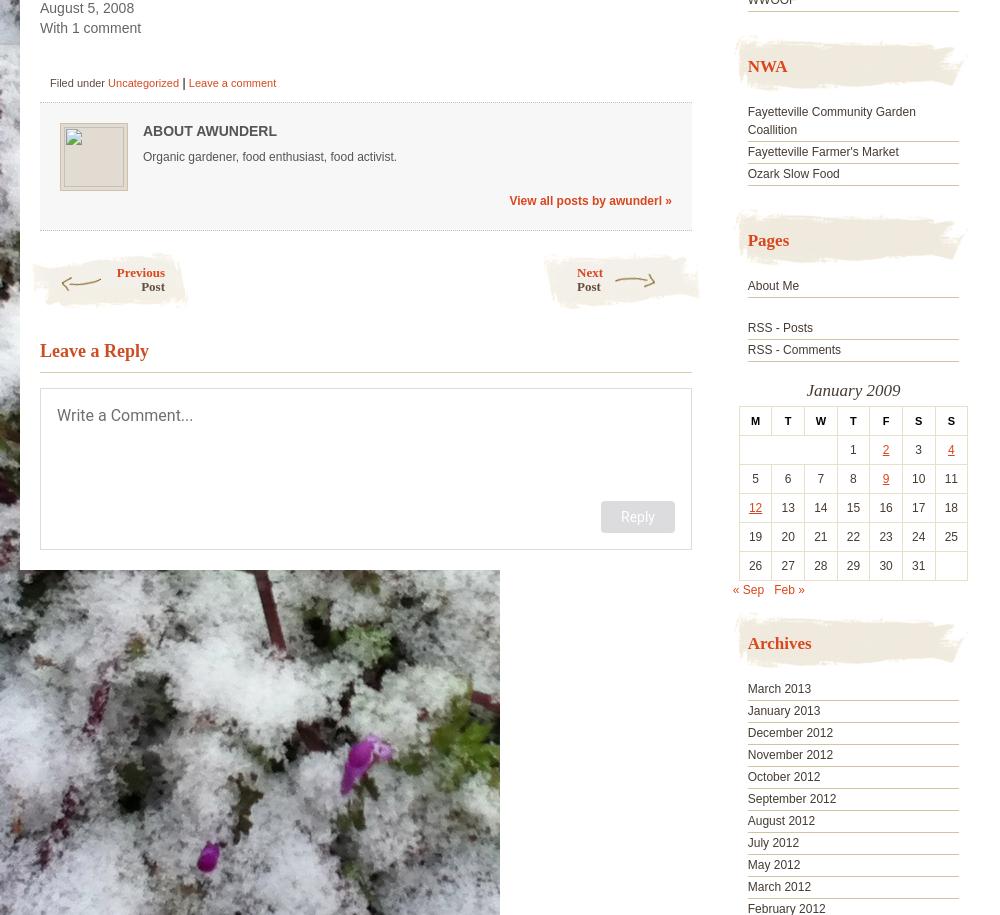  Describe the element at coordinates (885, 449) in the screenshot. I see `'2'` at that location.